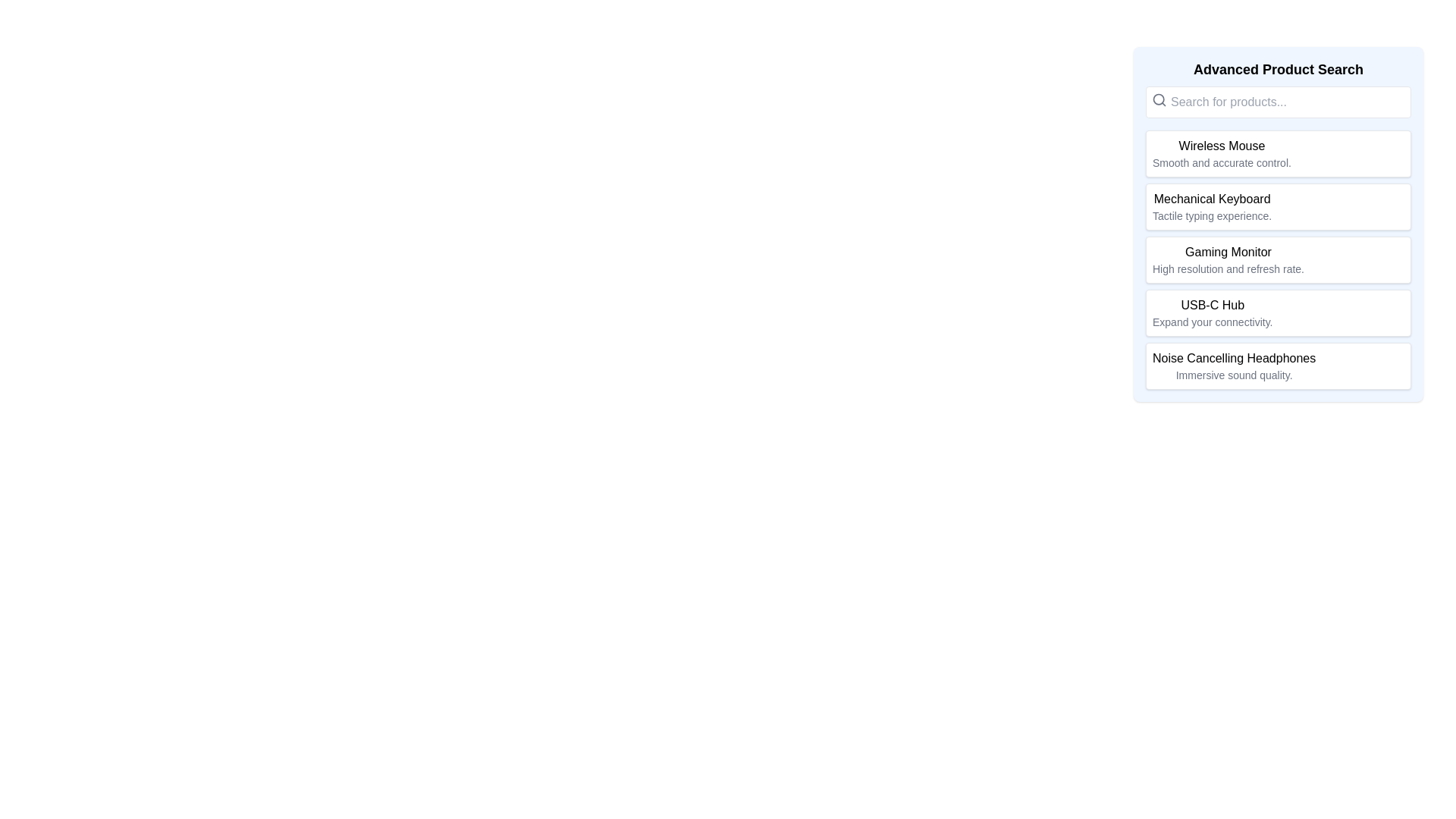  I want to click on the title text element for the product entry 'Wireless Mouse', which is located in the sidebar labeled 'Advanced Product Search' and positioned above the text 'Smooth and accurate control.', so click(1222, 146).